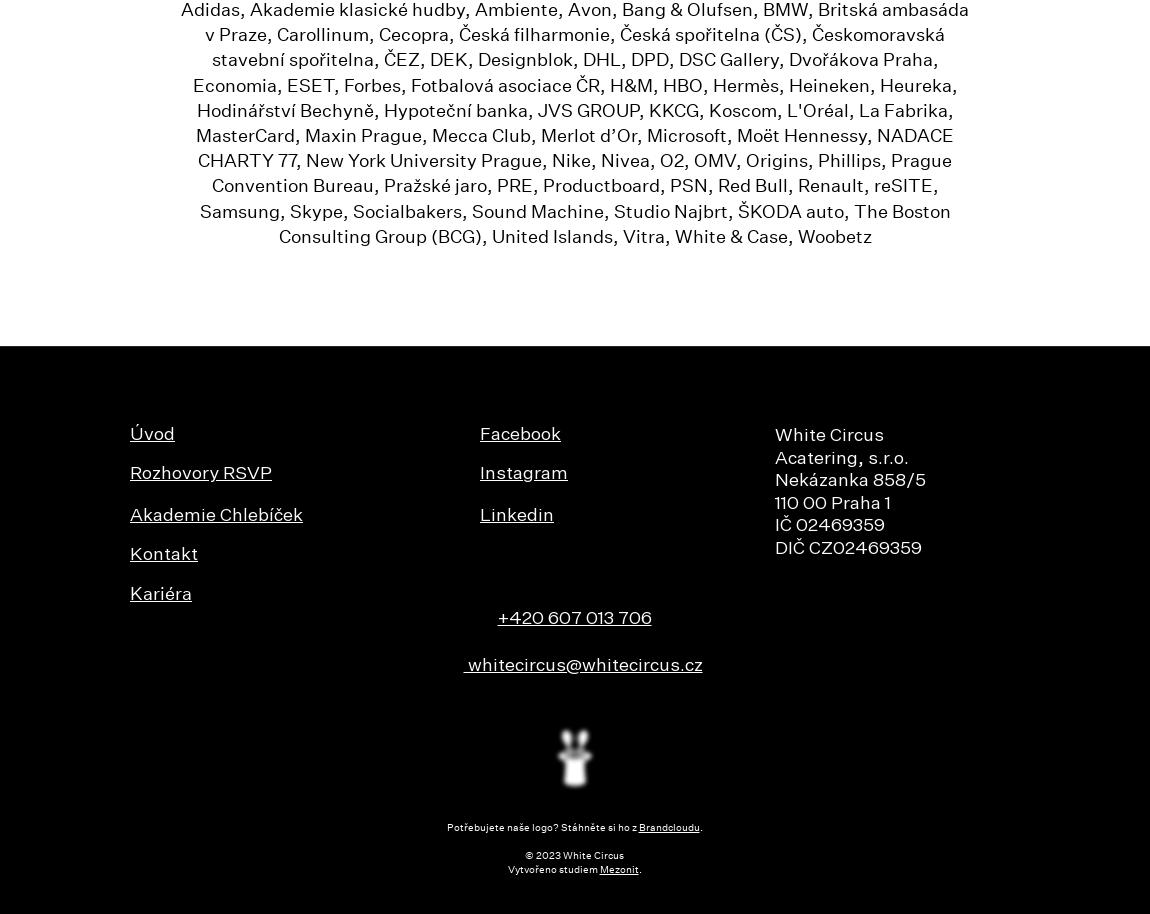 This screenshot has height=914, width=1150. Describe the element at coordinates (773, 525) in the screenshot. I see `'IČ 02469359'` at that location.